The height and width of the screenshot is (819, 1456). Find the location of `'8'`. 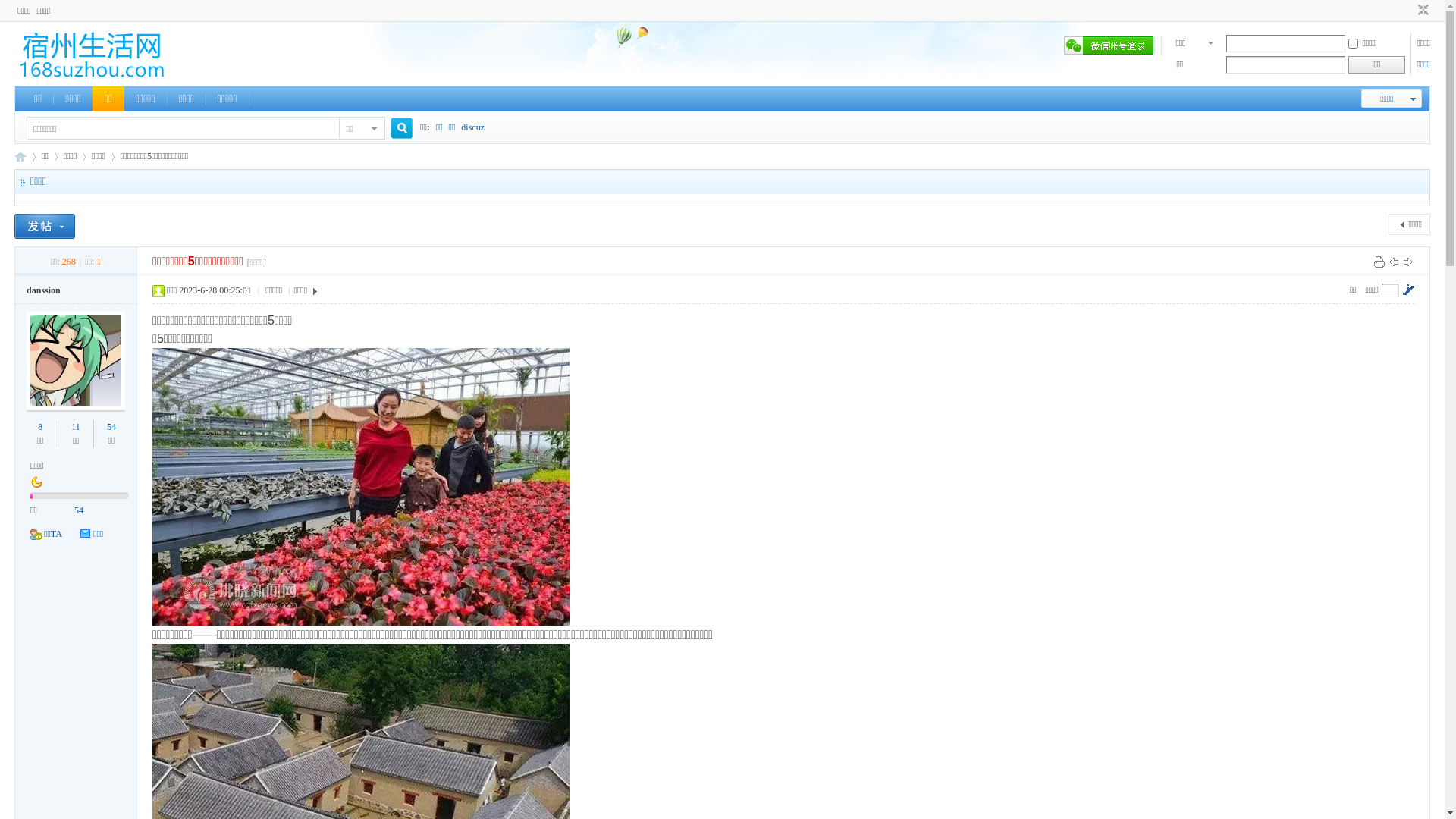

'8' is located at coordinates (39, 427).